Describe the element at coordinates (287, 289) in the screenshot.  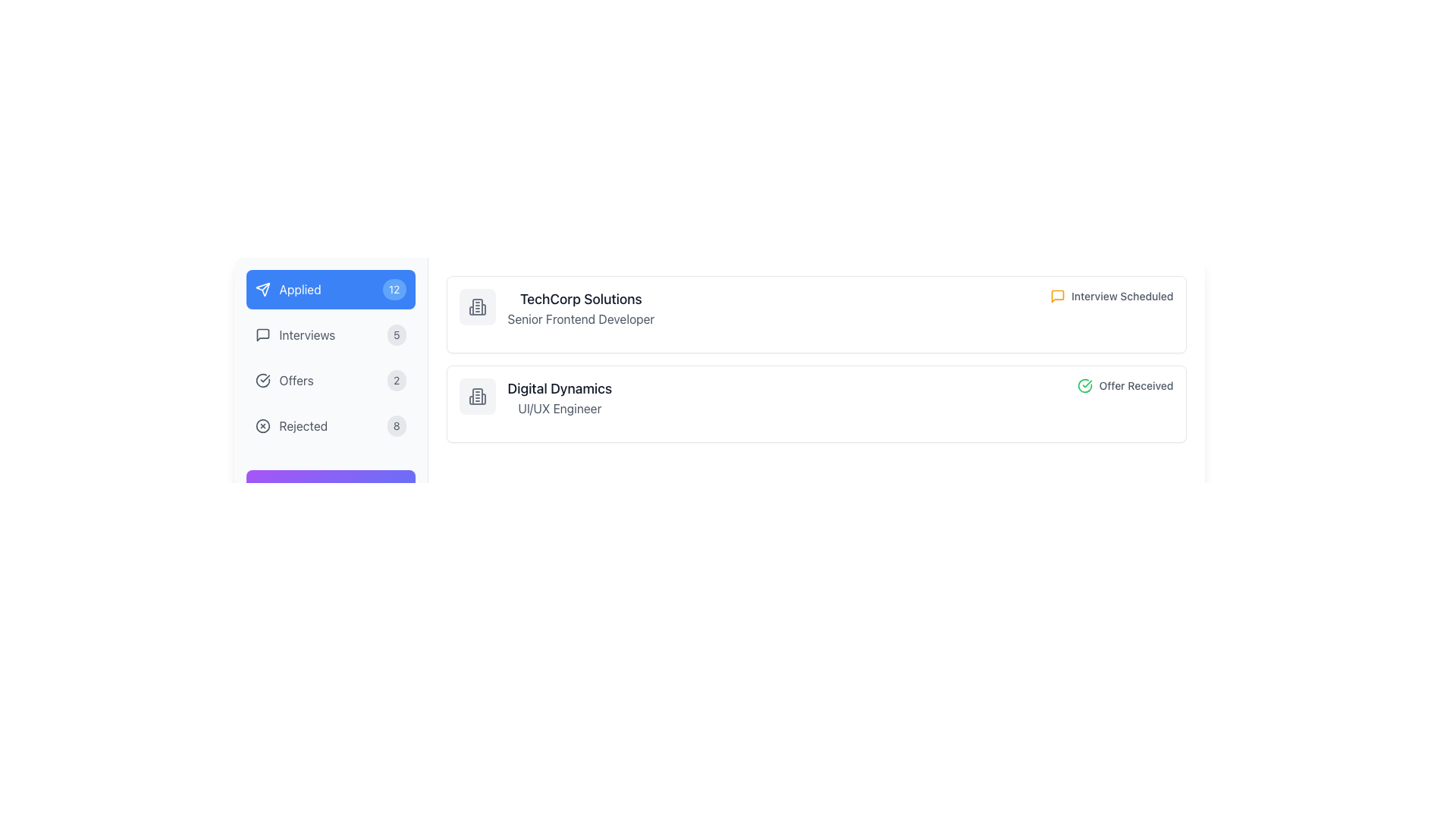
I see `the 'Applied' text label combined with a paper airplane icon located at the top of the vertical menu list in the left sidebar` at that location.